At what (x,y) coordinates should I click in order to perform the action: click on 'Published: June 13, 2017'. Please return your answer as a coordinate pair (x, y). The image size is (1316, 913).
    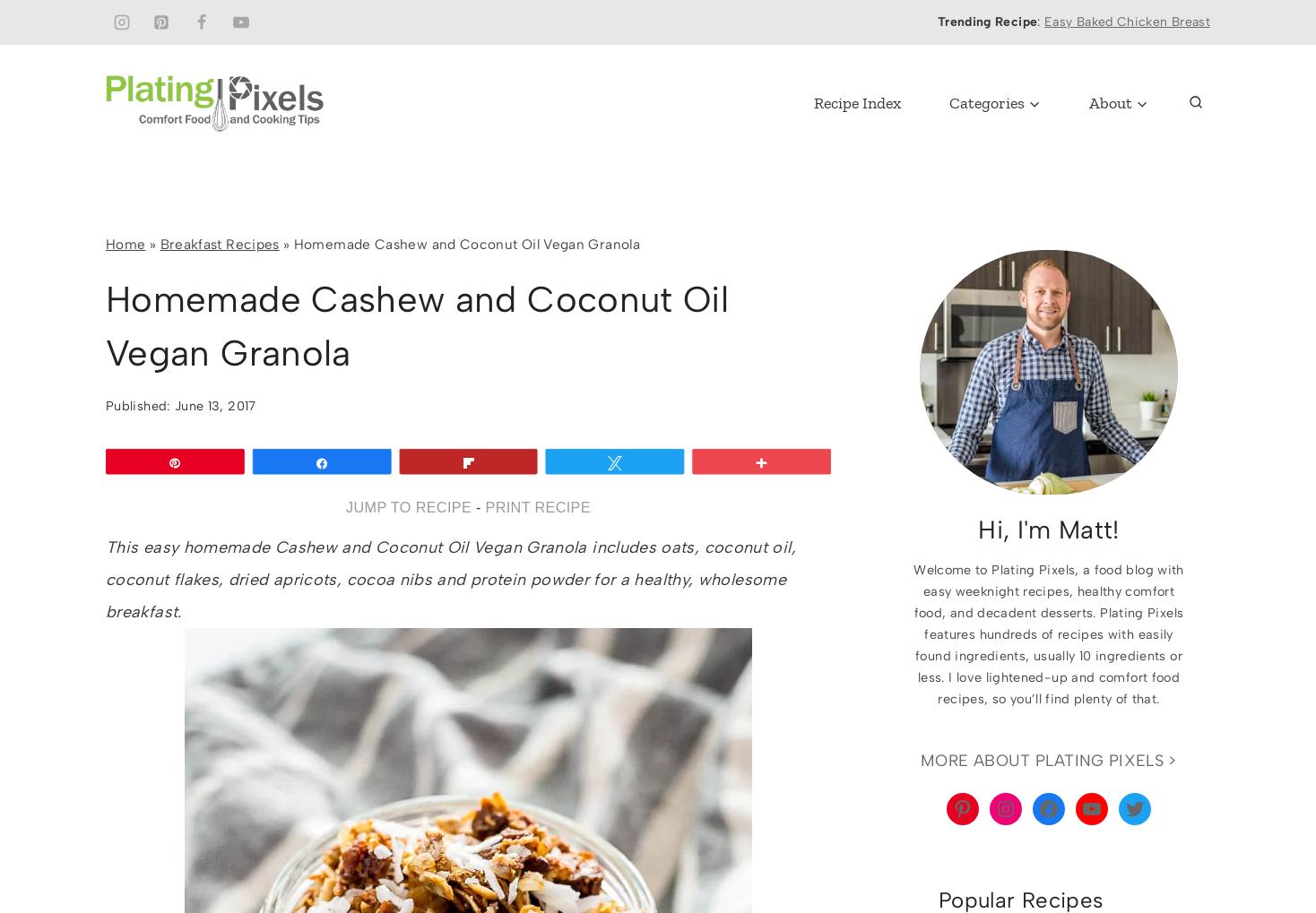
    Looking at the image, I should click on (180, 405).